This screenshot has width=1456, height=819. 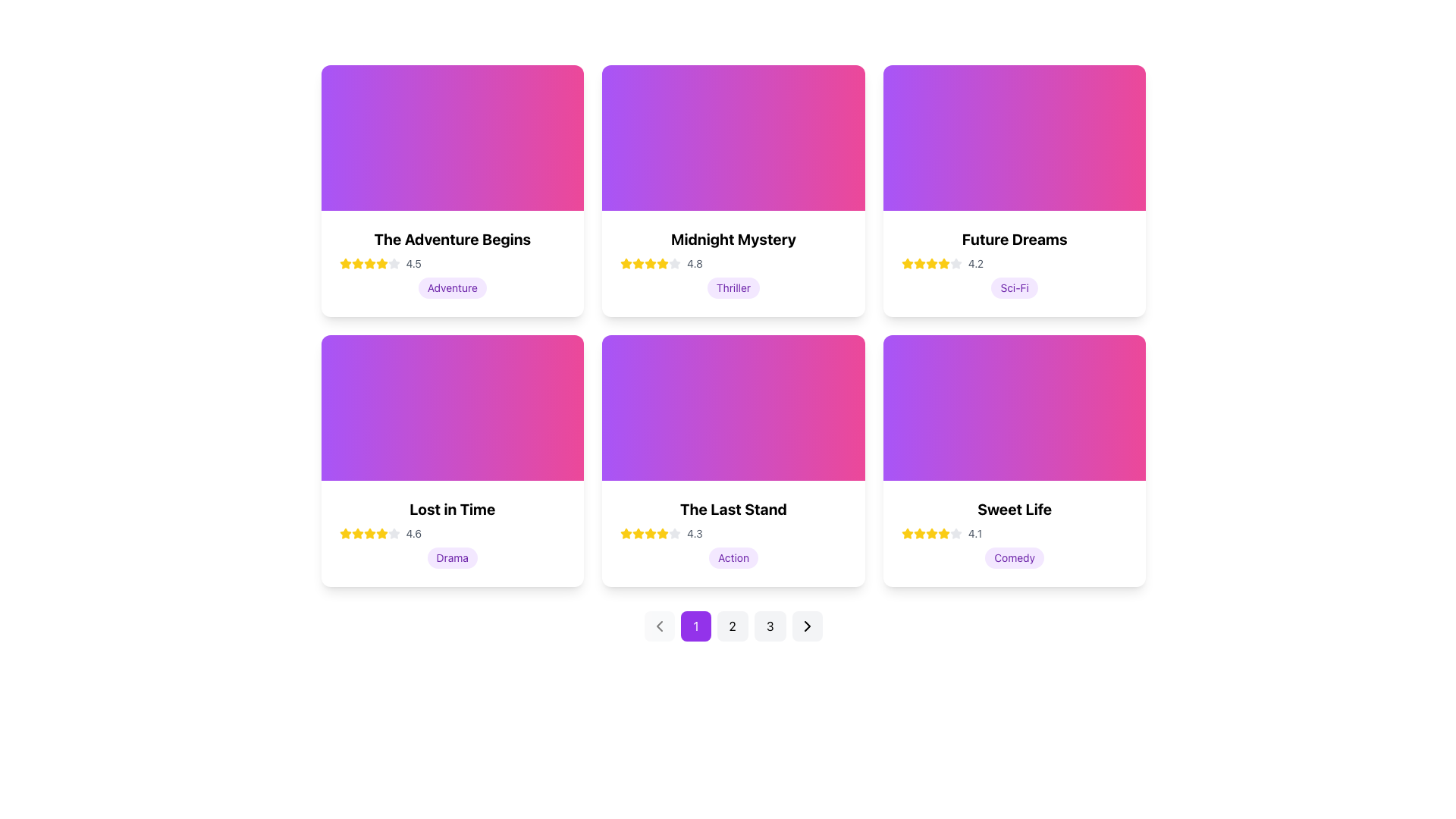 What do you see at coordinates (369, 532) in the screenshot?
I see `the yellow star icon representing the second rating for the movie 'Lost in Time', which is filled and located in the second row, first column` at bounding box center [369, 532].